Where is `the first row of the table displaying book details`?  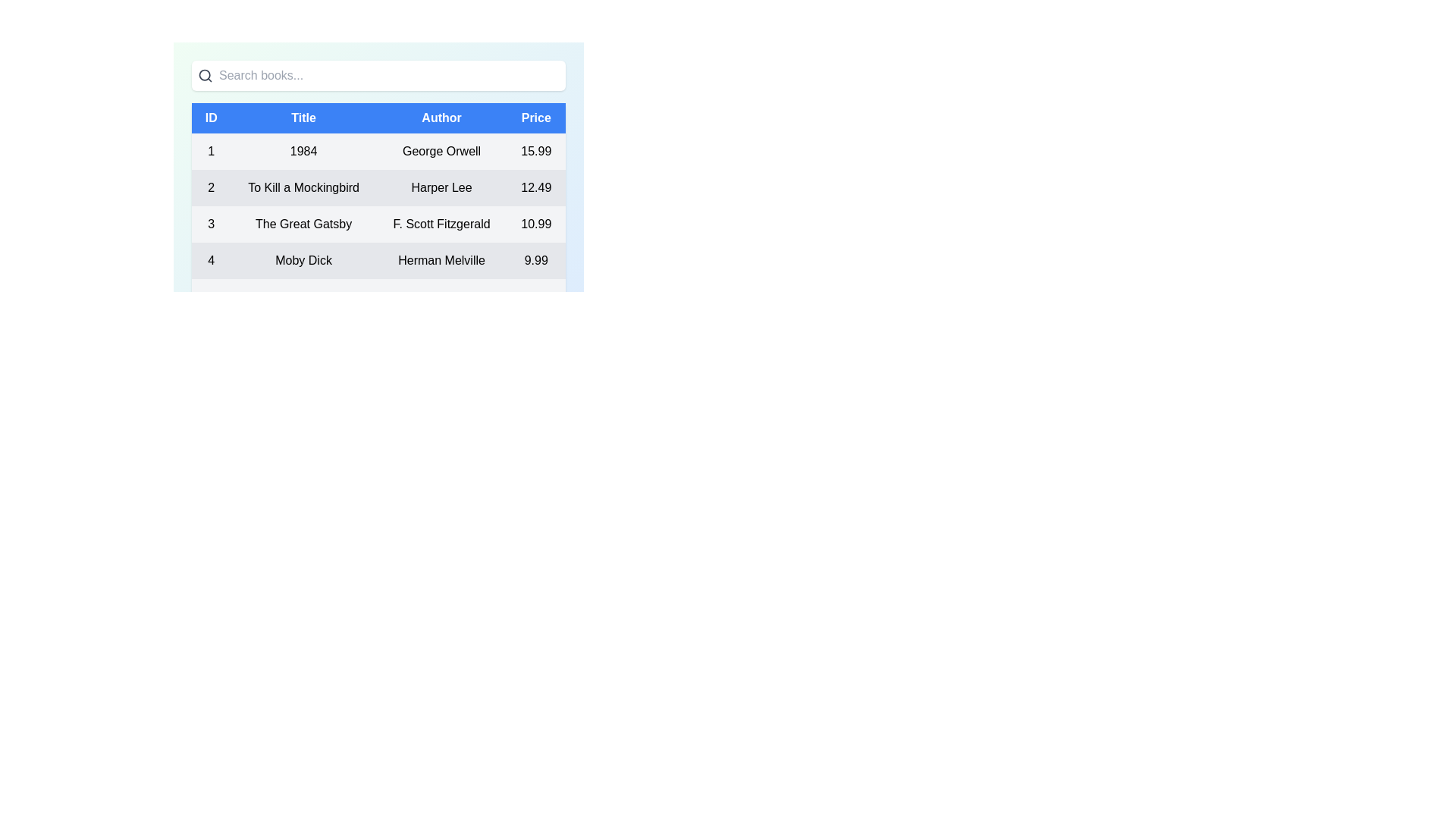
the first row of the table displaying book details is located at coordinates (378, 152).